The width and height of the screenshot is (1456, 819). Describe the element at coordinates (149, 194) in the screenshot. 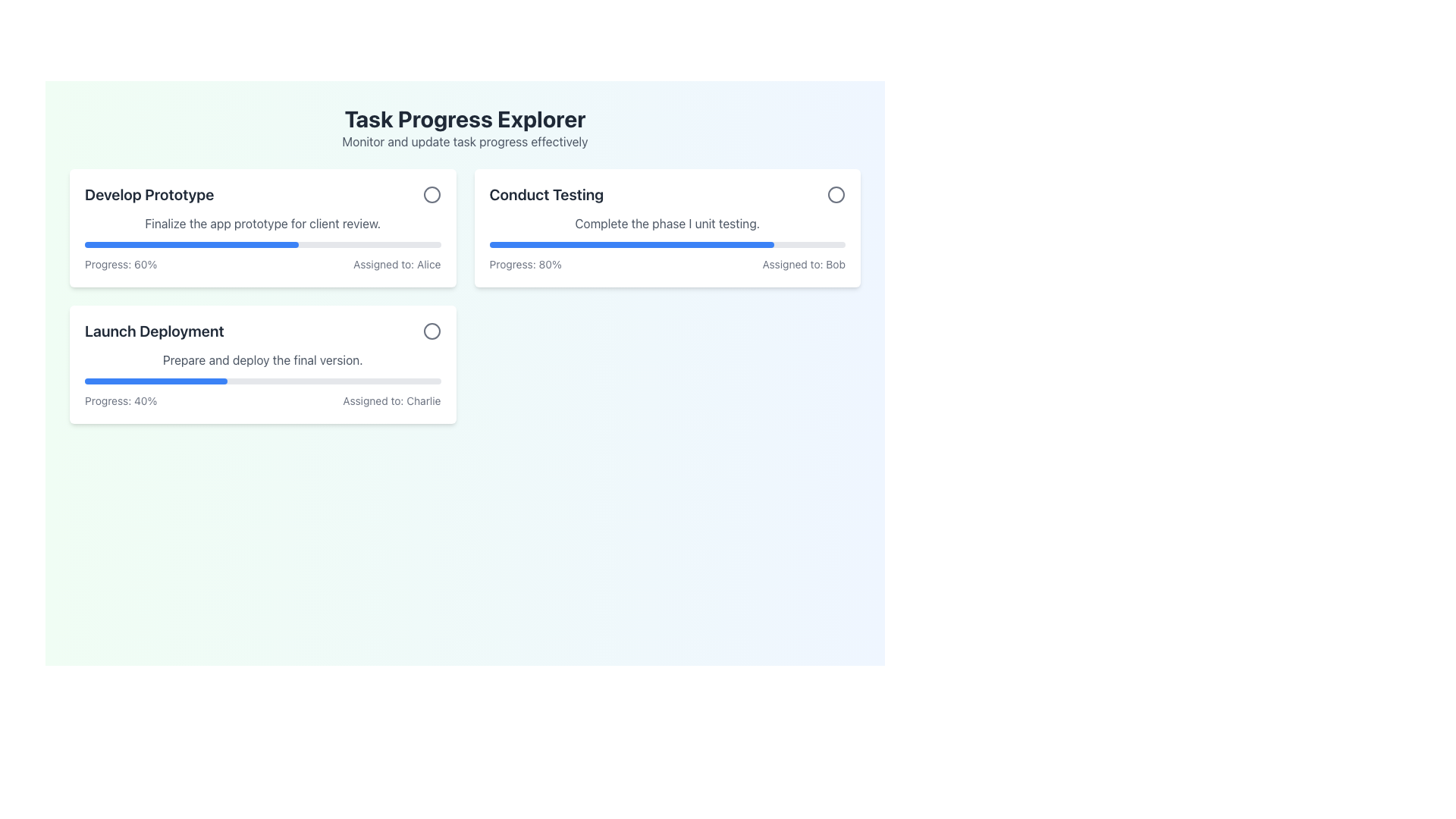

I see `the text label that reads 'Develop Prototype', styled with a larger font size, bold weight, and dark gray color, located at the top-left of its card` at that location.